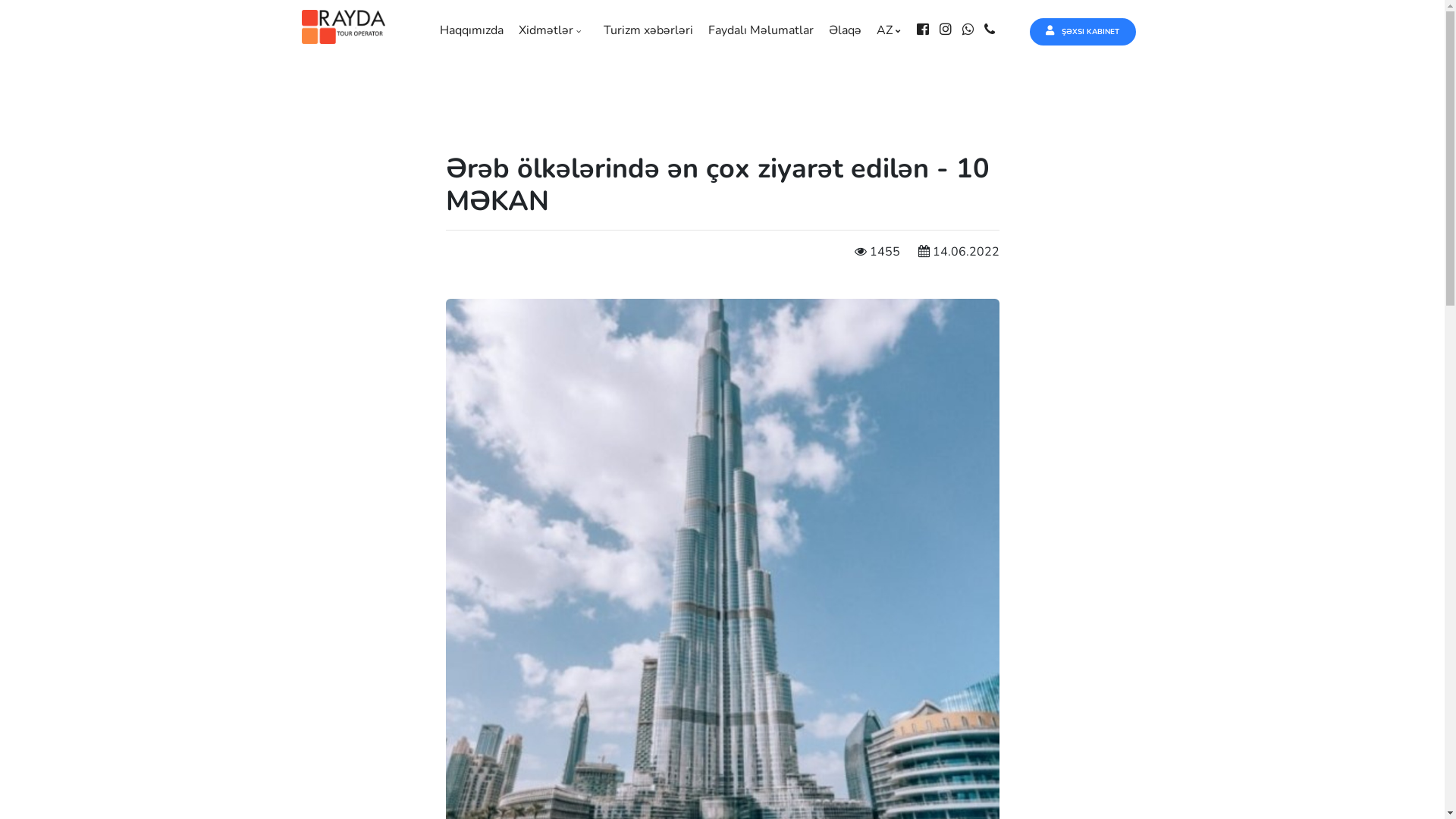 This screenshot has height=819, width=1456. I want to click on 'Phone', so click(984, 30).